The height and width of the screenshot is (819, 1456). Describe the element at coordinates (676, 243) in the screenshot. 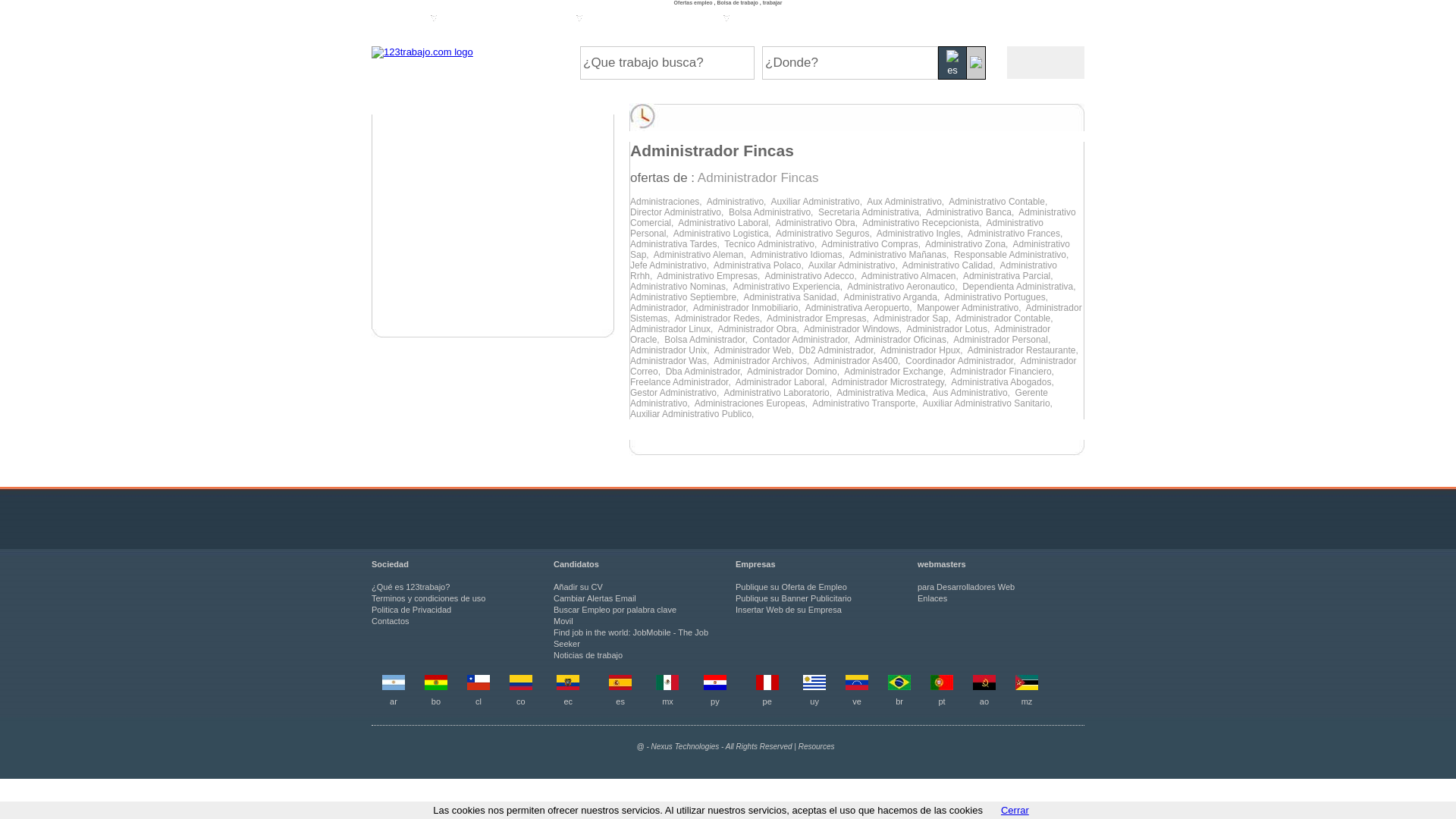

I see `'Administrativa Tardes, '` at that location.